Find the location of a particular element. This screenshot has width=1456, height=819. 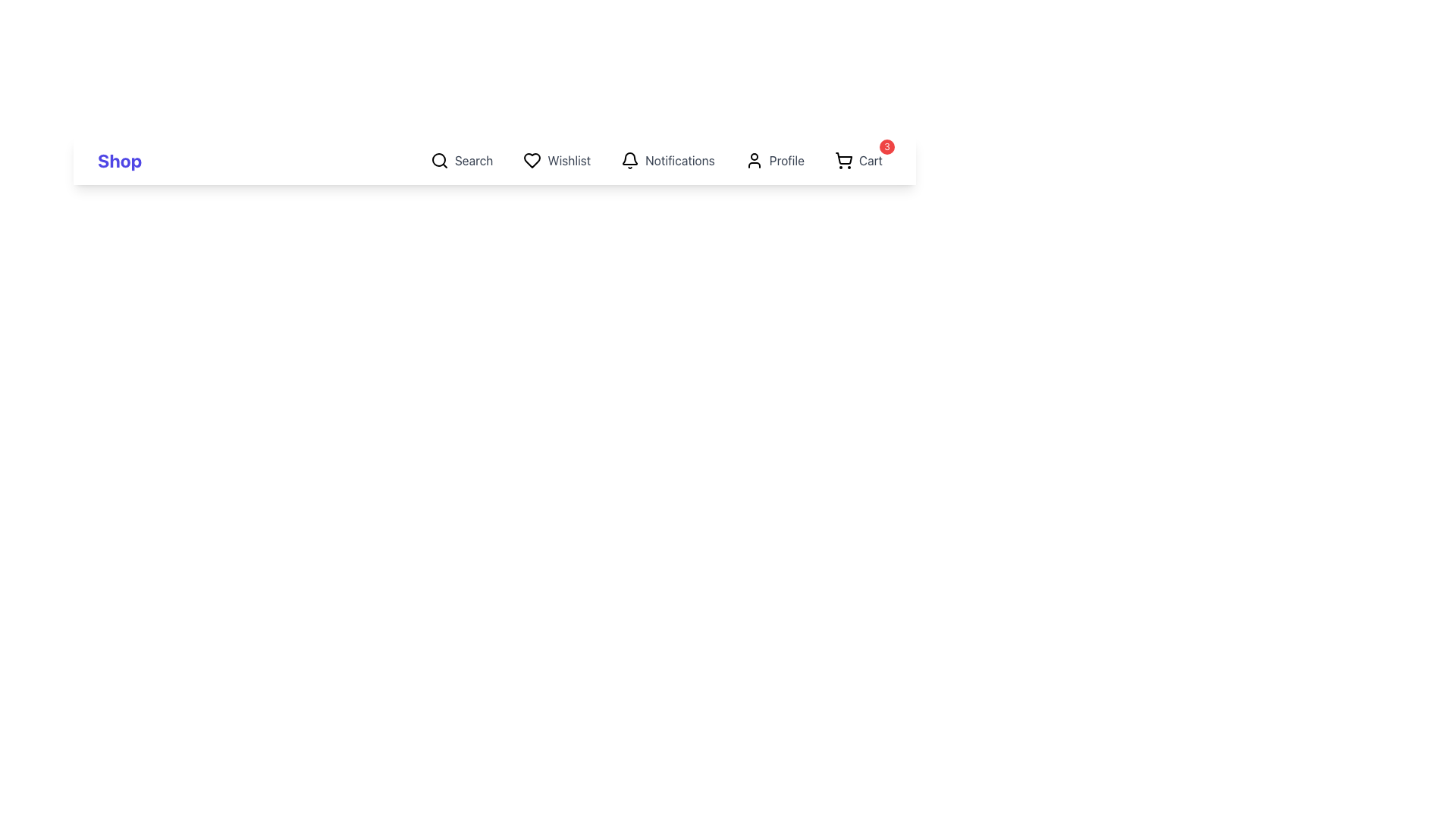

the central part of the circular search icon located in the top navigation bar is located at coordinates (438, 160).